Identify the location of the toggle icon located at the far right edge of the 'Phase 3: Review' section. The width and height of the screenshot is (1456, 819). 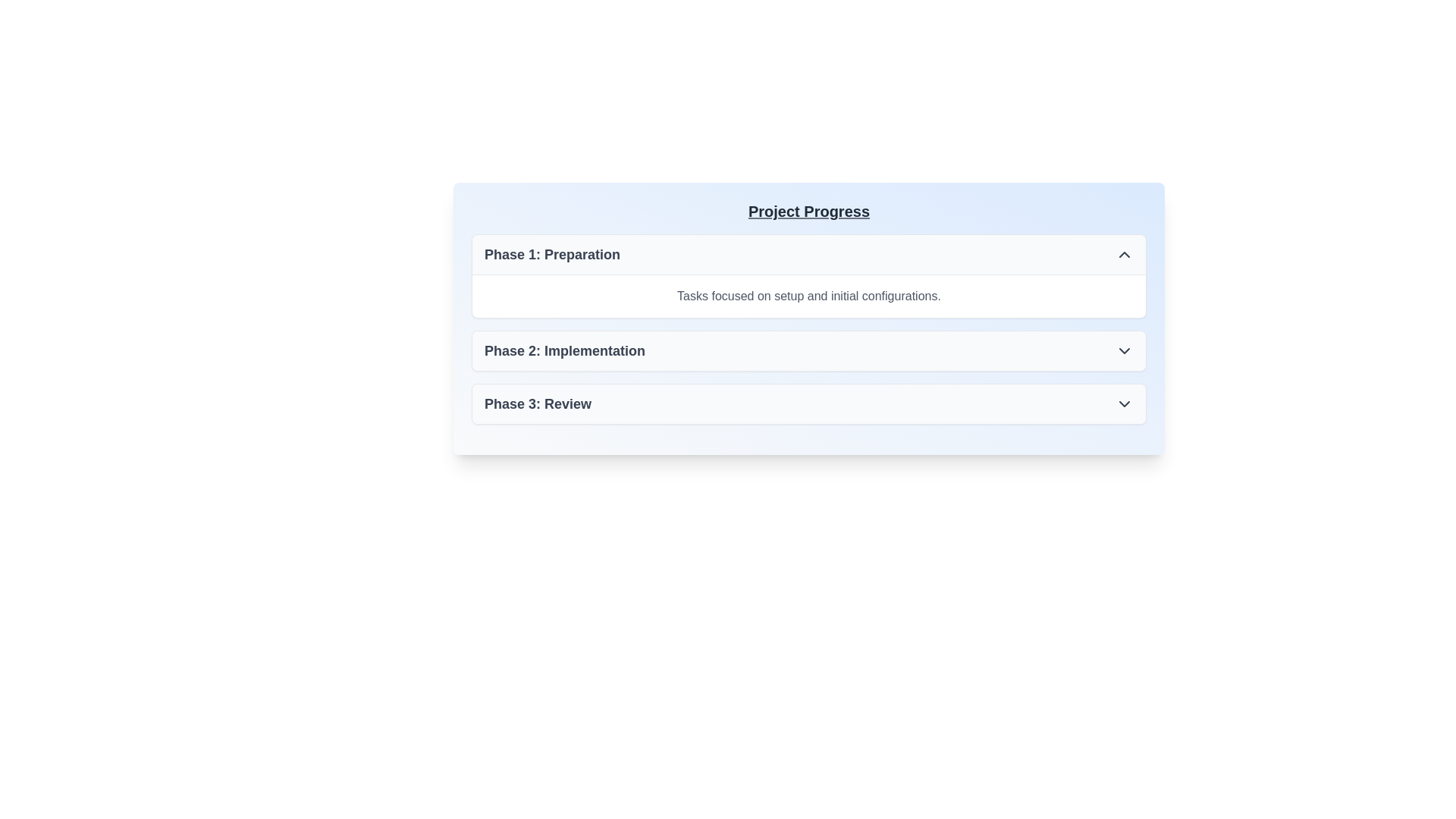
(1125, 403).